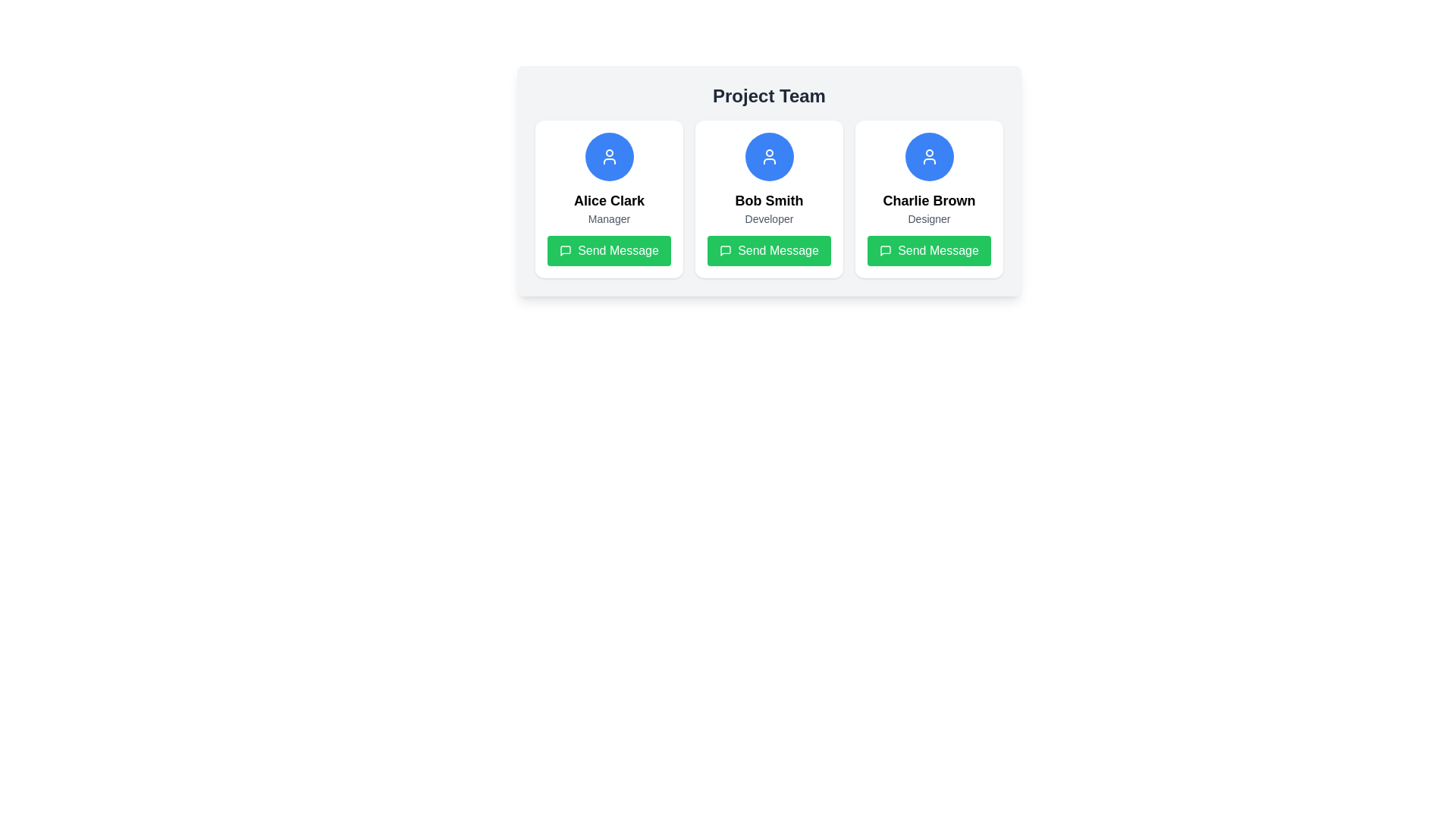 The image size is (1456, 819). I want to click on the Profile card of 'Bob Smith' in the 'Project Team' section to trigger hover effects, so click(769, 180).